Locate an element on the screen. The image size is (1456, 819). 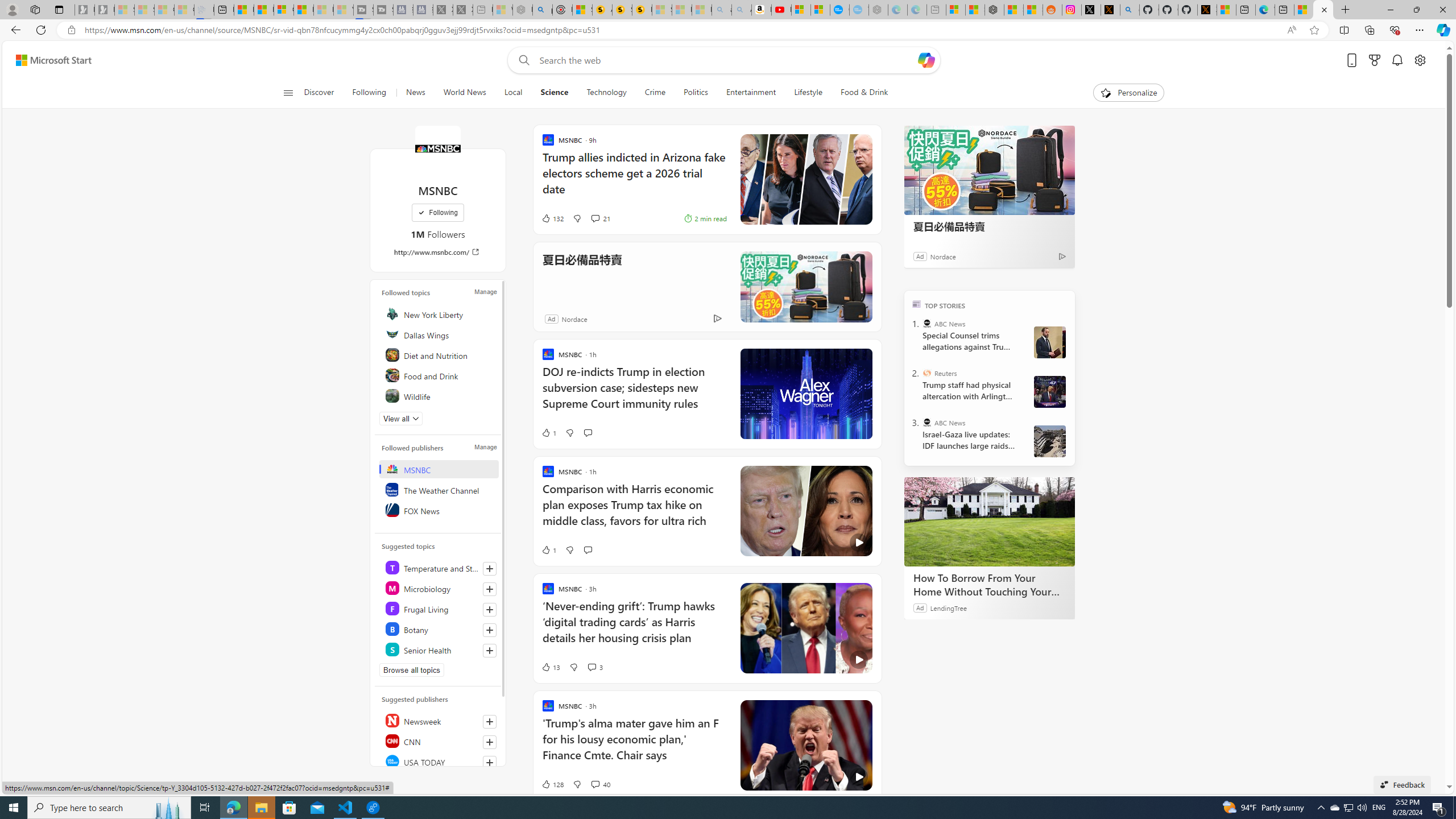
'Nordace - Nordace has arrived Hong Kong - Sleeping' is located at coordinates (877, 9).